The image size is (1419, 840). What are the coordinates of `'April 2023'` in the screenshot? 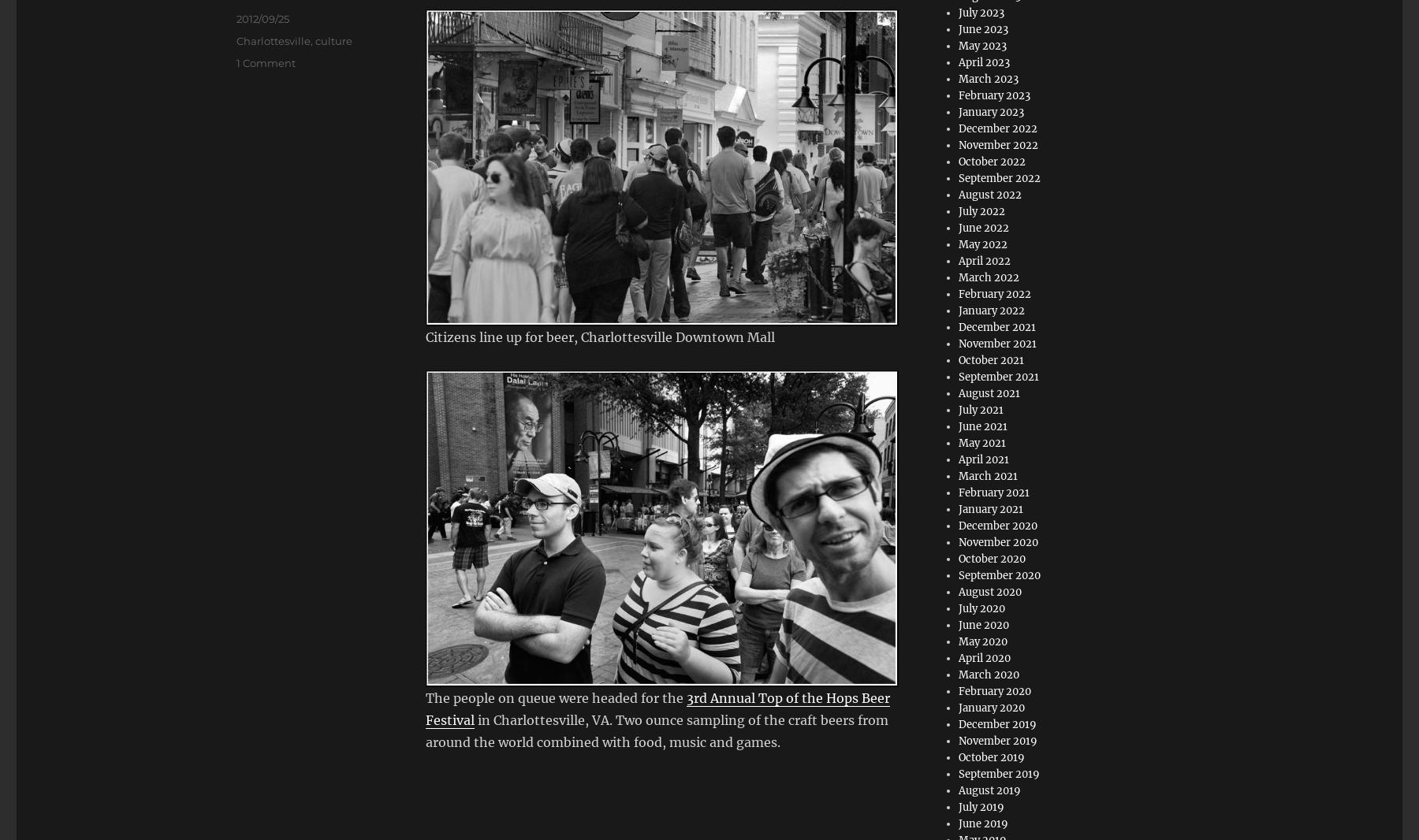 It's located at (984, 61).